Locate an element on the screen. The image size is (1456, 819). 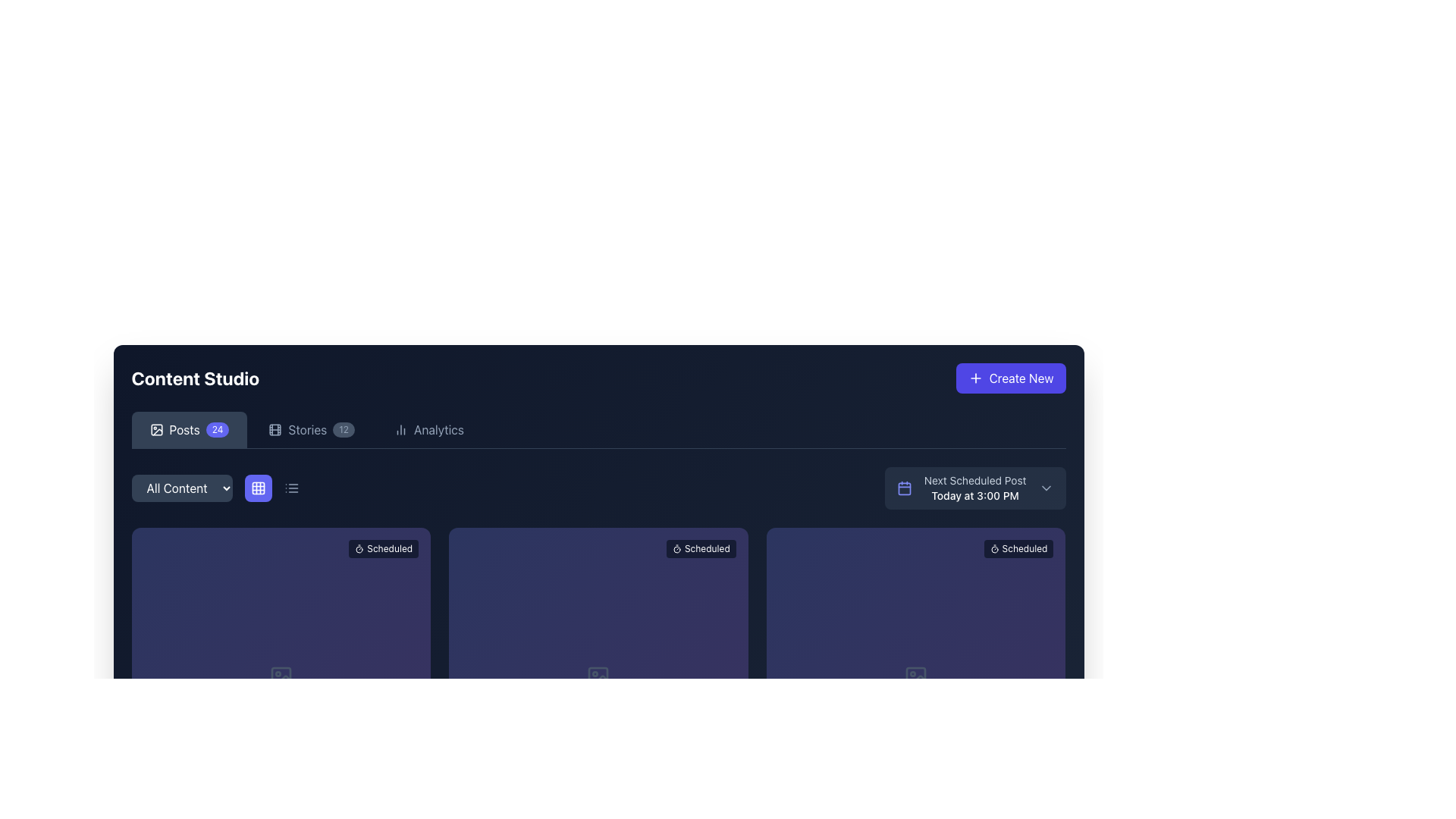
the Icon button for layout toggle located on the top bar, left side next to the 'All Content' dropdown is located at coordinates (258, 488).